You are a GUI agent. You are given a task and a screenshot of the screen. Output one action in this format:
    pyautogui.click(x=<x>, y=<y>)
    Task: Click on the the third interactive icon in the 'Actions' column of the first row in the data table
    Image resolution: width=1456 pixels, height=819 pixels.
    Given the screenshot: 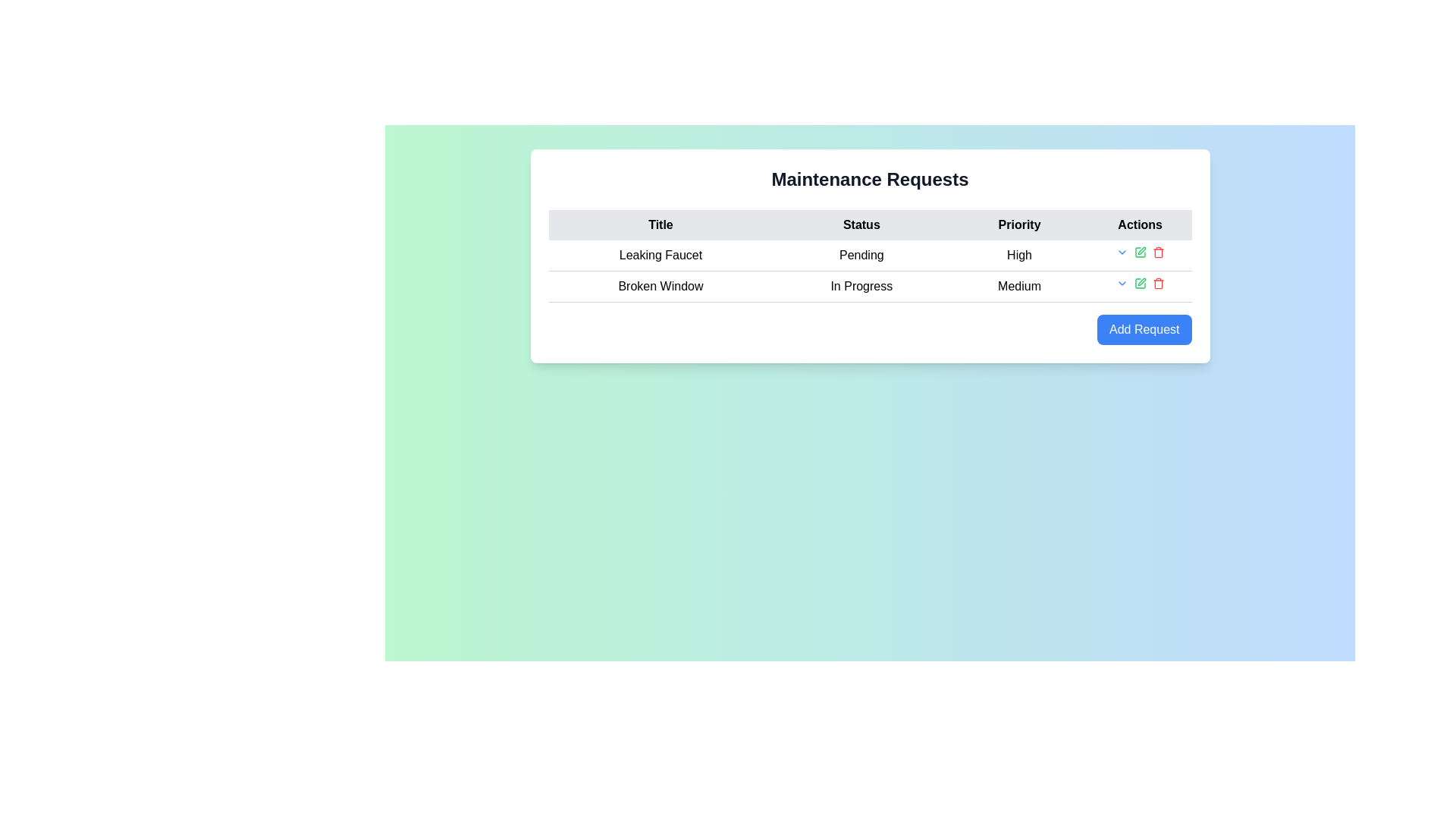 What is the action you would take?
    pyautogui.click(x=1157, y=251)
    